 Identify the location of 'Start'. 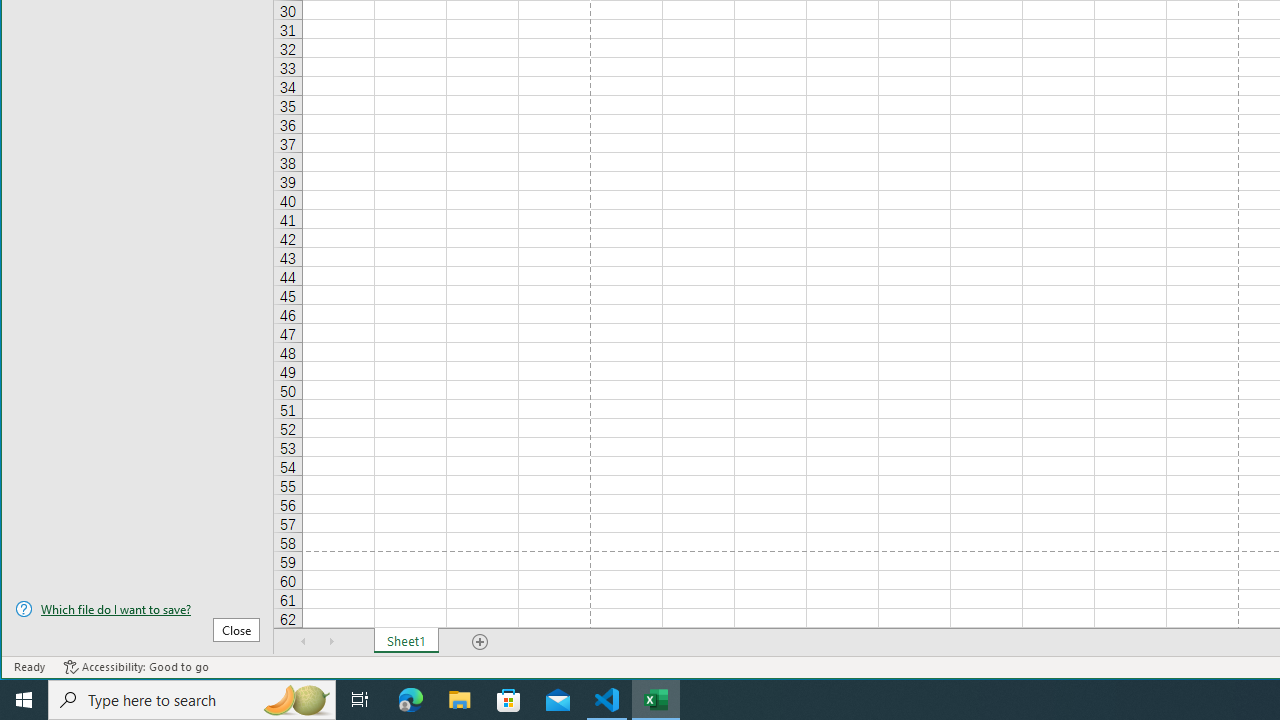
(24, 698).